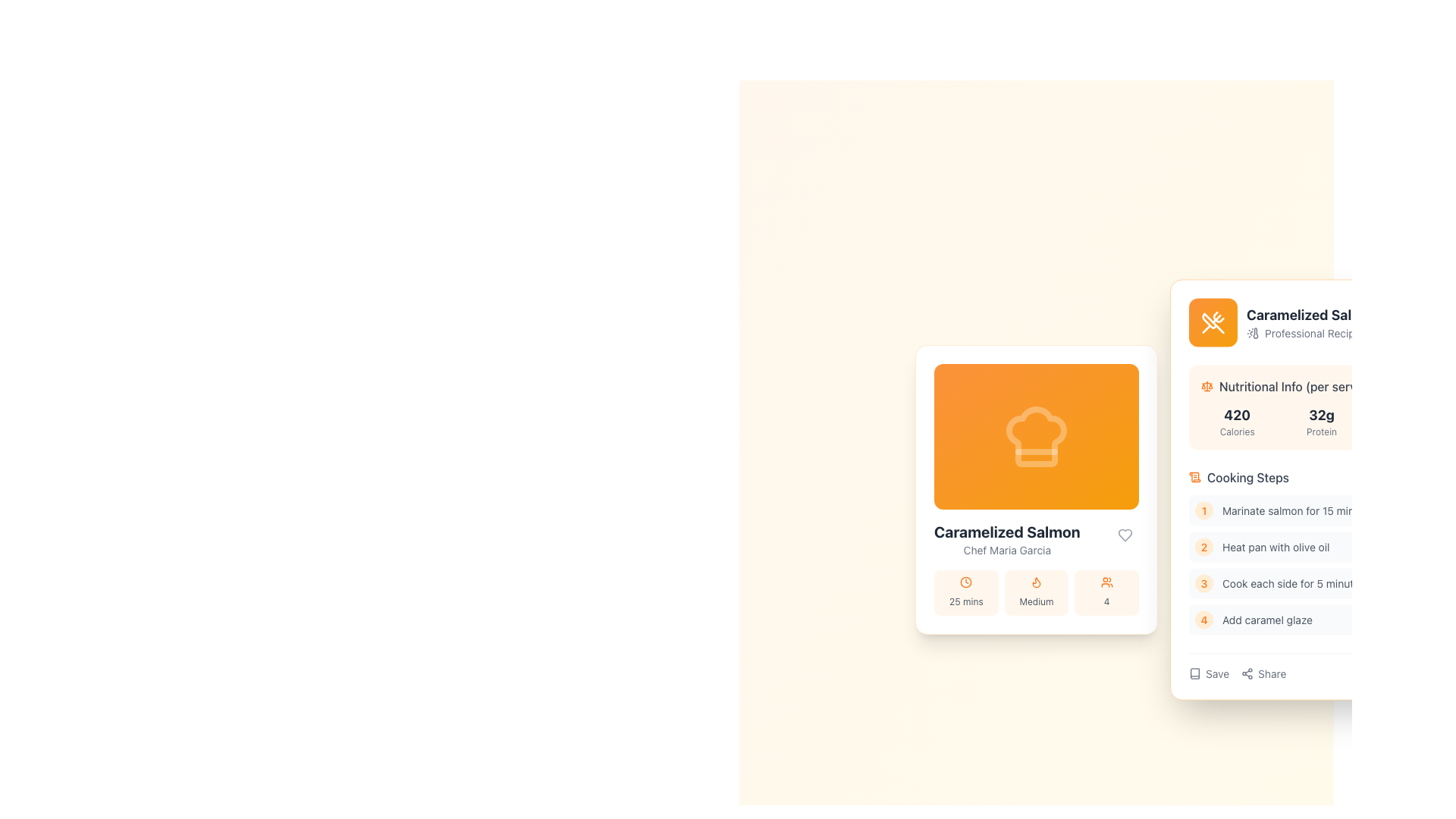 This screenshot has width=1456, height=819. I want to click on the favorite icon located at the top-right corner of the recipe detail card to mark it as a favorite, so click(1125, 534).